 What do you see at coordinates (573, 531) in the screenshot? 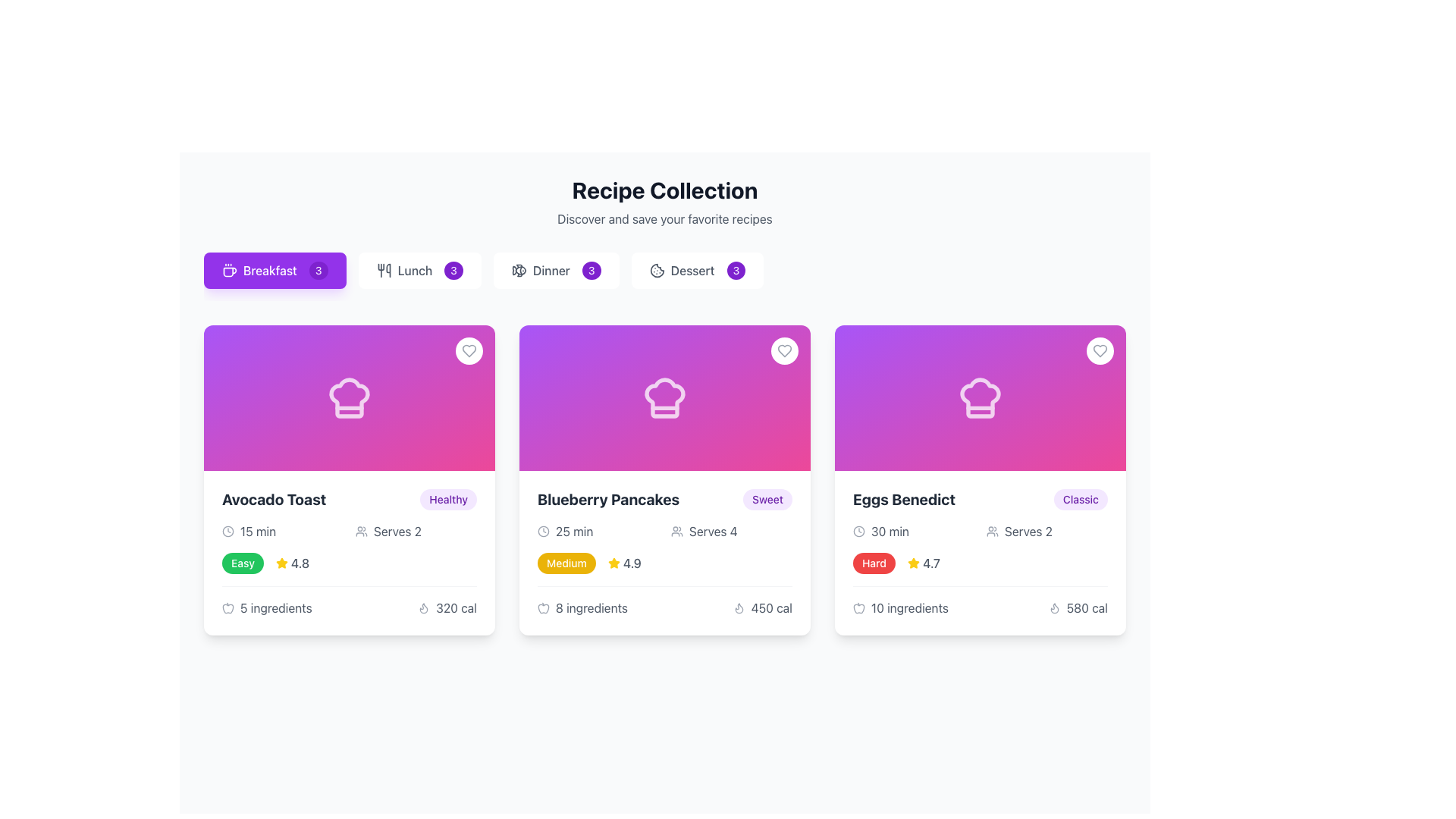
I see `text label displaying '25 min' located within the 'Blueberry Pancakes' recipe card, adjacent to the clock icon` at bounding box center [573, 531].